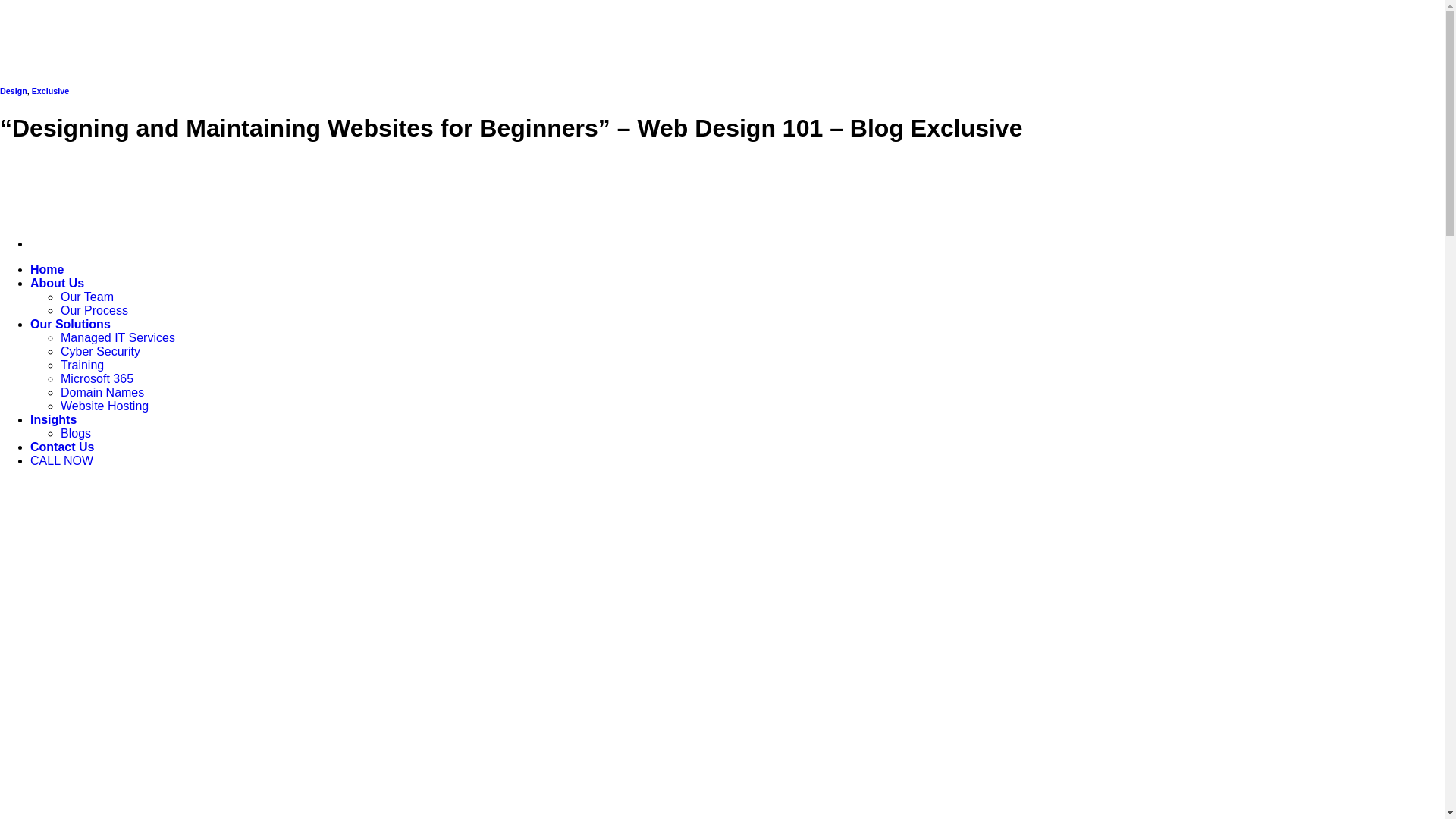  Describe the element at coordinates (14, 90) in the screenshot. I see `'Design'` at that location.